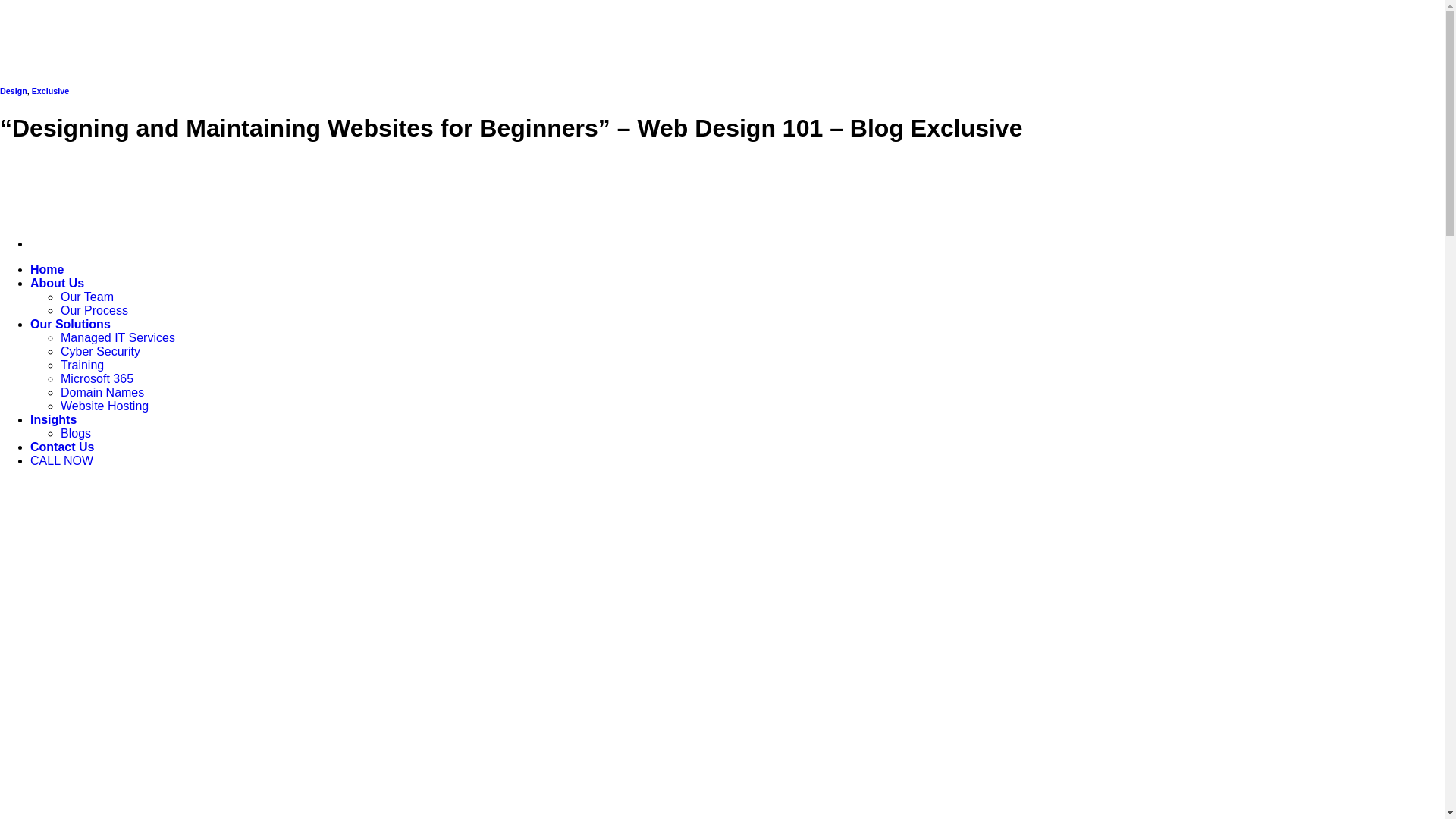  Describe the element at coordinates (14, 90) in the screenshot. I see `'Design'` at that location.